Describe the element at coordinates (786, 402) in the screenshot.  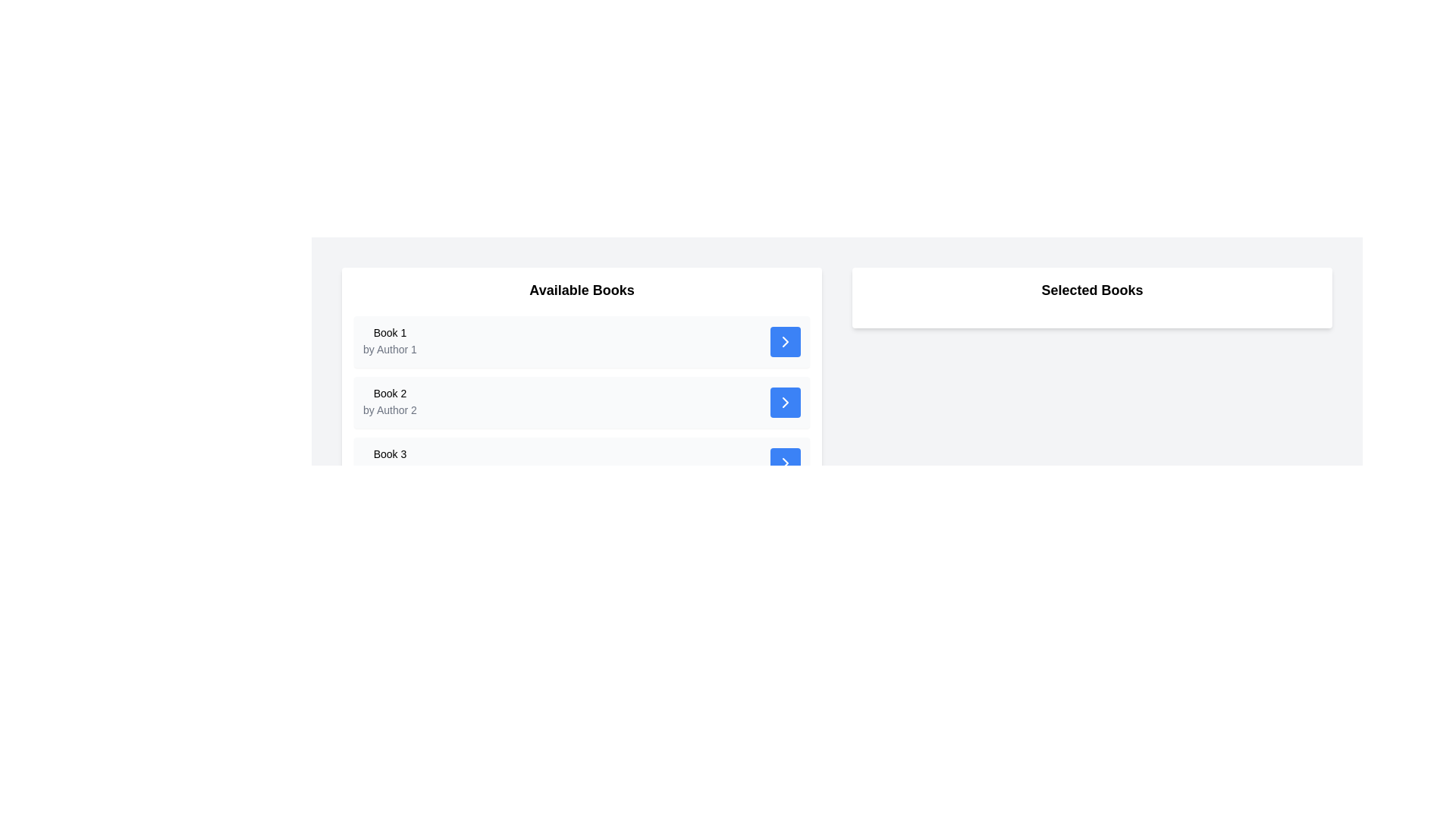
I see `the chevron icon button for 'Book 2 by Author 2'` at that location.